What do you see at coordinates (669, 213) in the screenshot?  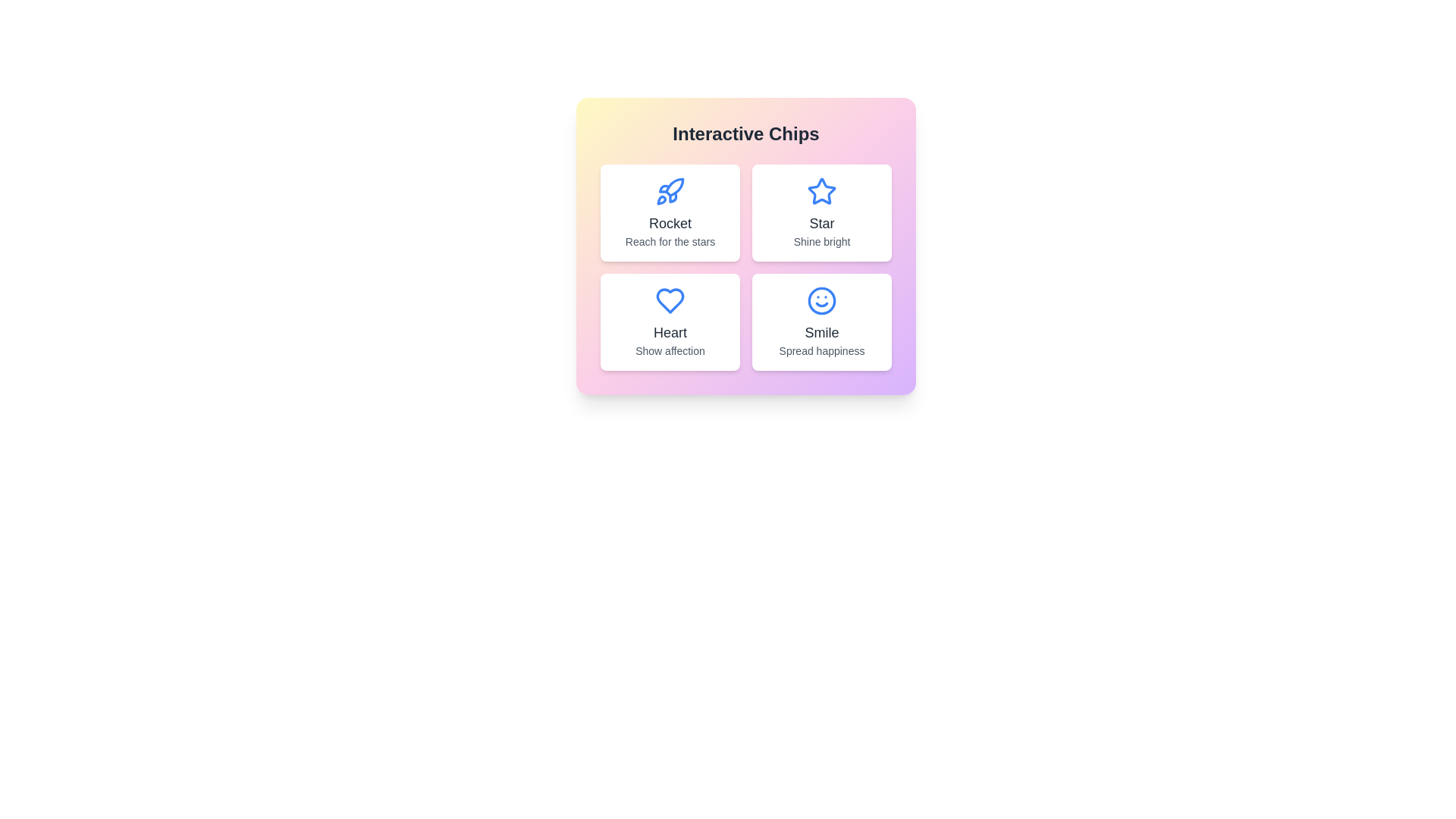 I see `the chip labeled Rocket` at bounding box center [669, 213].